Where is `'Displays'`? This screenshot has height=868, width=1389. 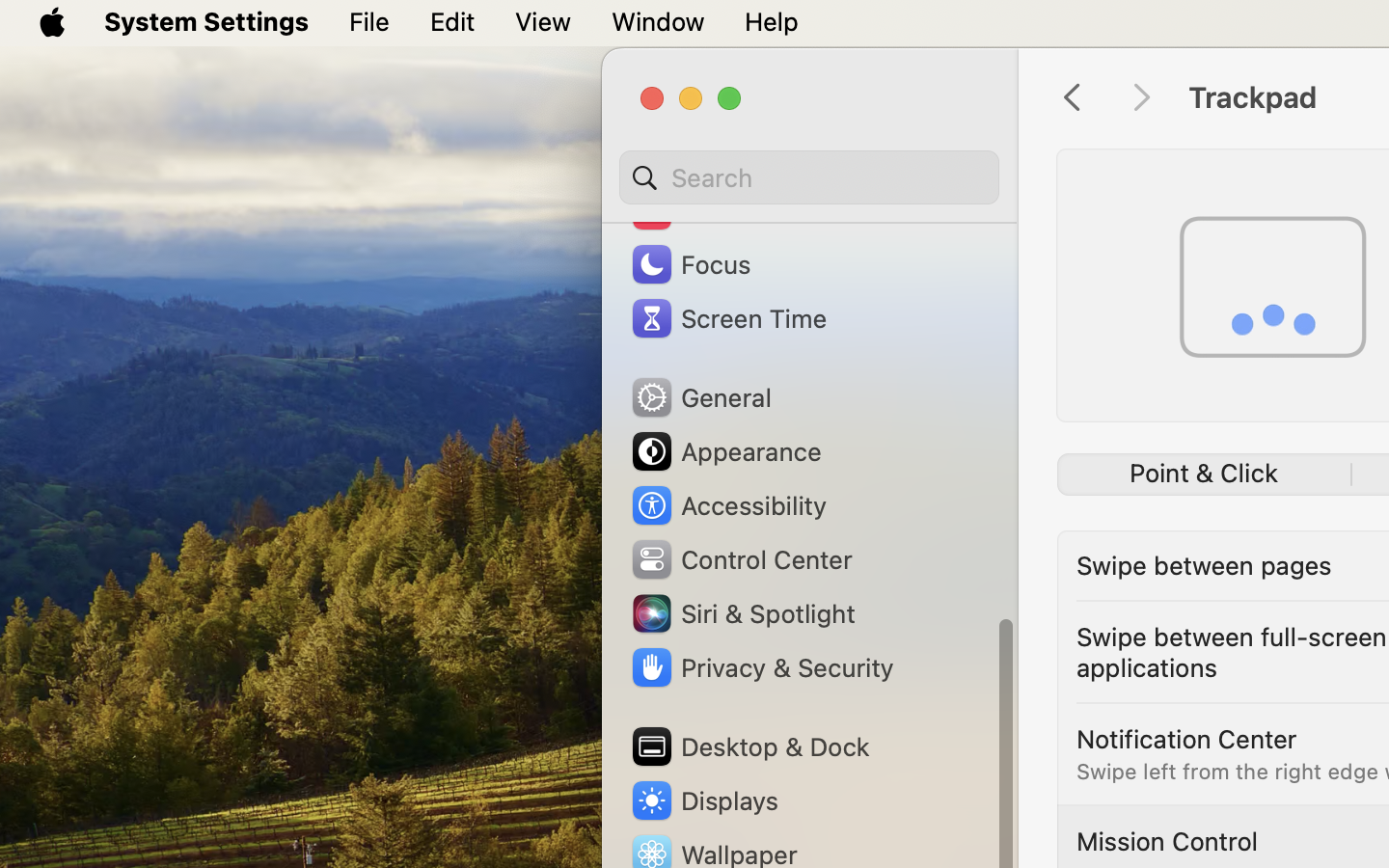
'Displays' is located at coordinates (702, 800).